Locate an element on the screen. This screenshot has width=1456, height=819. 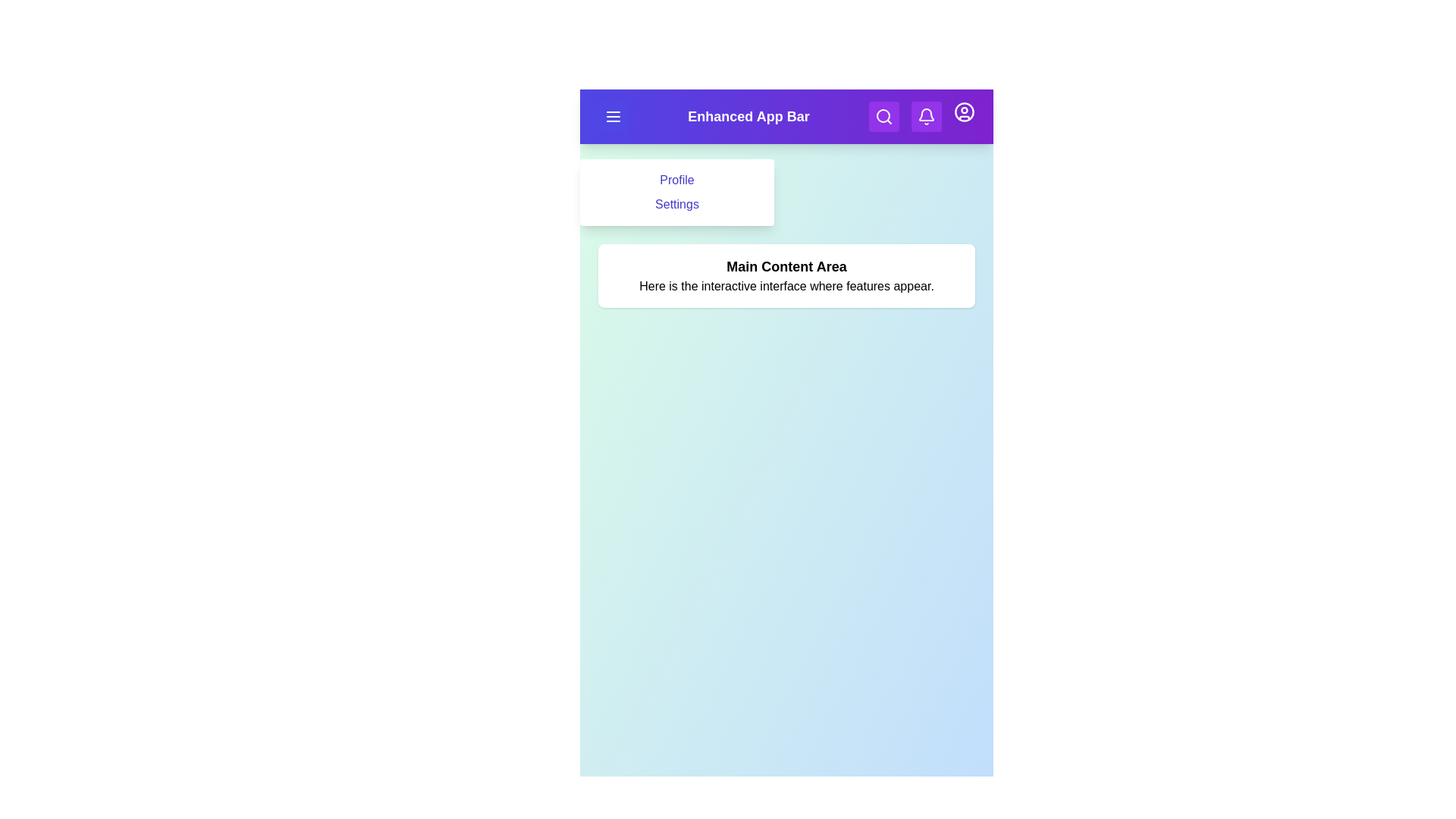
the menu button to open the menu is located at coordinates (613, 116).